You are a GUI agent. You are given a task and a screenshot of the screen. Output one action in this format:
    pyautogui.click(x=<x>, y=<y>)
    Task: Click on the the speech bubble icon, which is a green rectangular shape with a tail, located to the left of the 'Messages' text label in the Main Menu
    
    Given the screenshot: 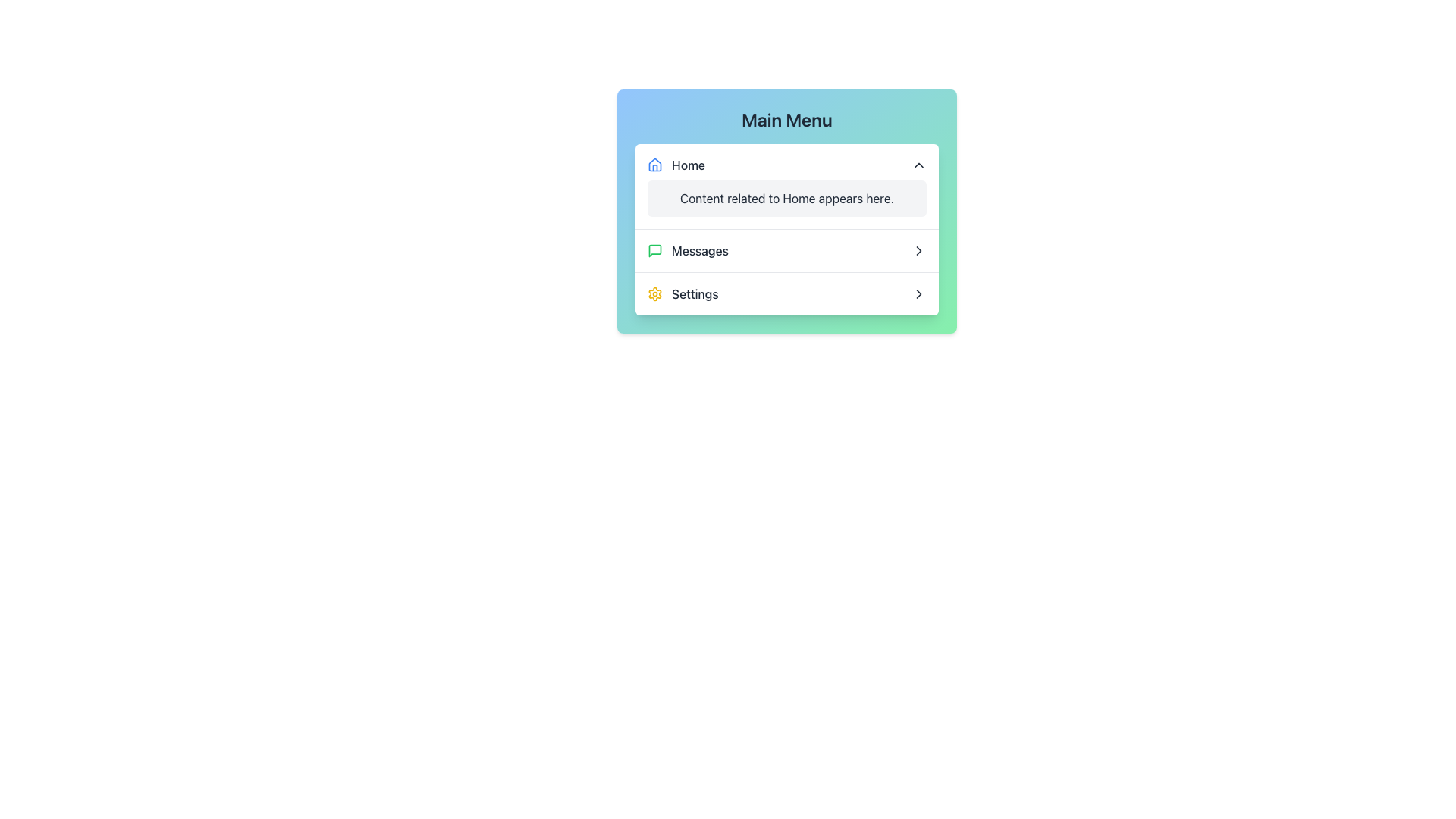 What is the action you would take?
    pyautogui.click(x=655, y=250)
    